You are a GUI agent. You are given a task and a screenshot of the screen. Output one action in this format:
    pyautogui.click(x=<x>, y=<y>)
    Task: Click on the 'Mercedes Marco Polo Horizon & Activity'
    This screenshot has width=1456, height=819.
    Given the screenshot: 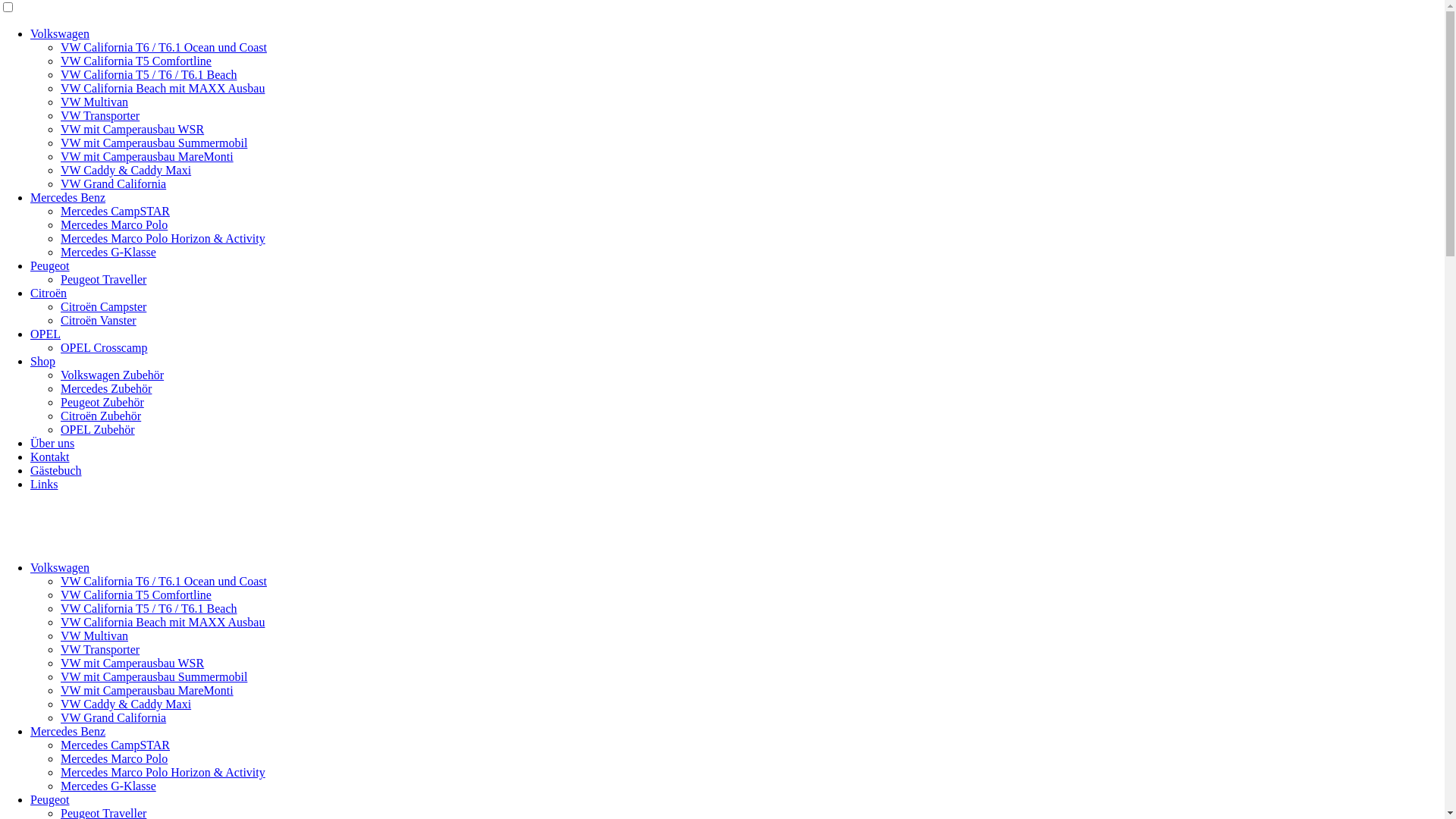 What is the action you would take?
    pyautogui.click(x=163, y=772)
    